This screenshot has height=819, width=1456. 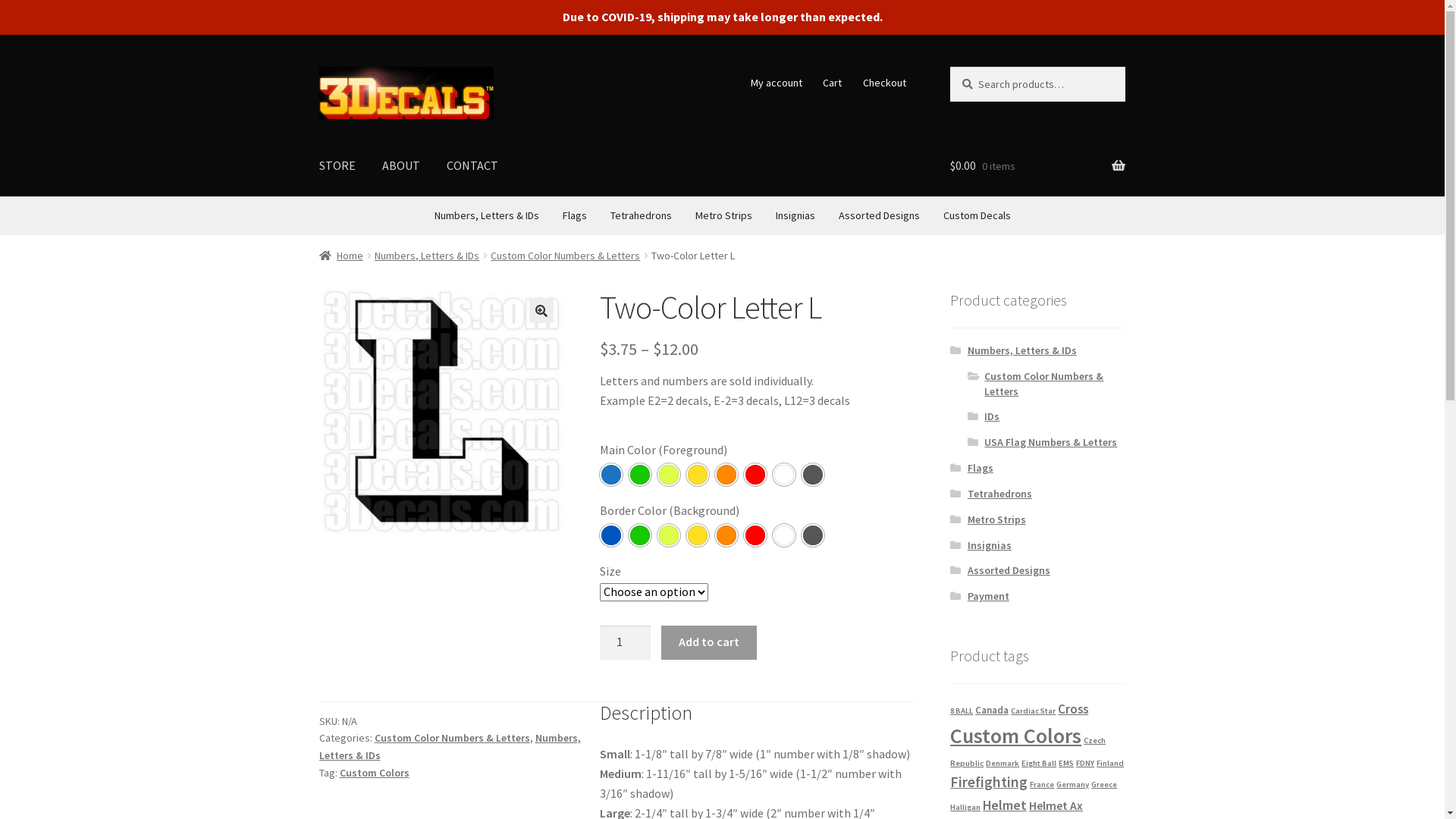 What do you see at coordinates (949, 65) in the screenshot?
I see `'Search'` at bounding box center [949, 65].